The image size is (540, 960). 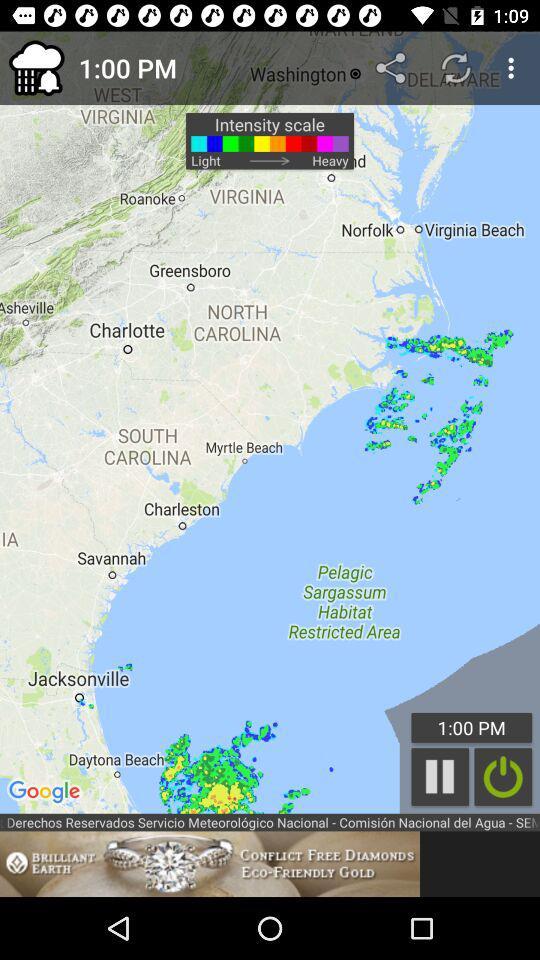 What do you see at coordinates (502, 776) in the screenshot?
I see `the item below the 1:00 pm` at bounding box center [502, 776].